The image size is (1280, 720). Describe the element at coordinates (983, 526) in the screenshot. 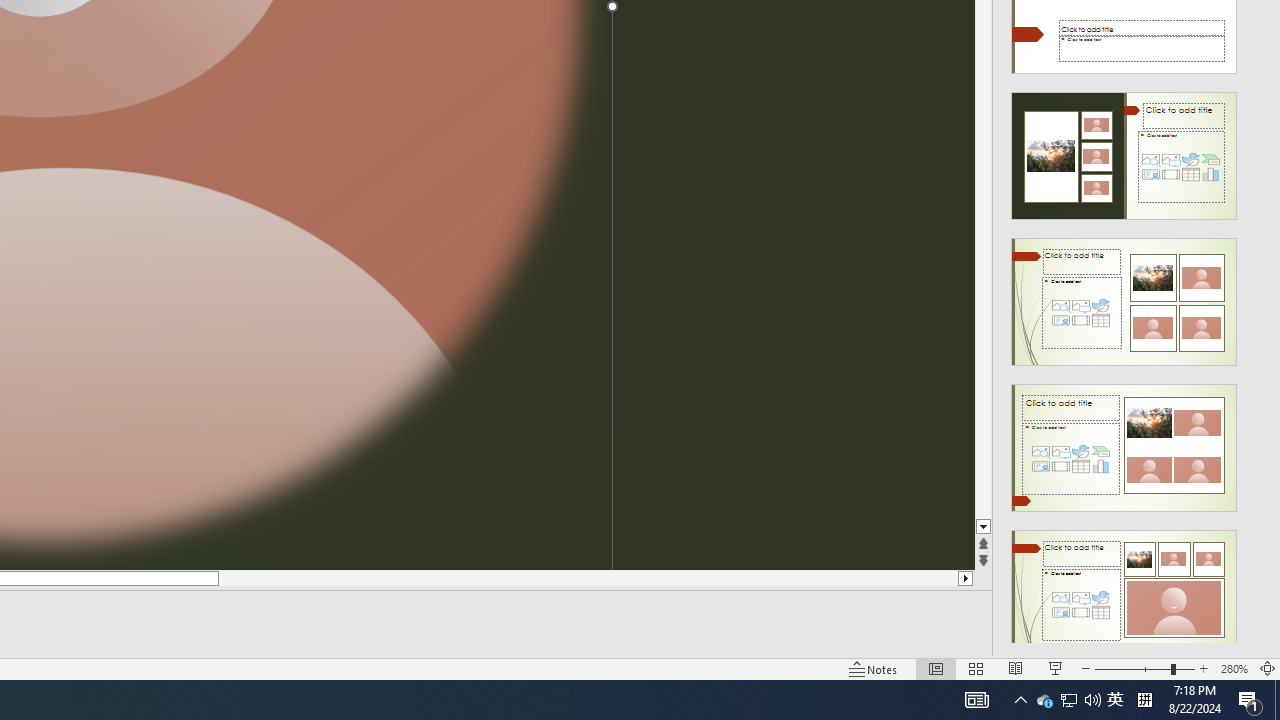

I see `'Line down'` at that location.